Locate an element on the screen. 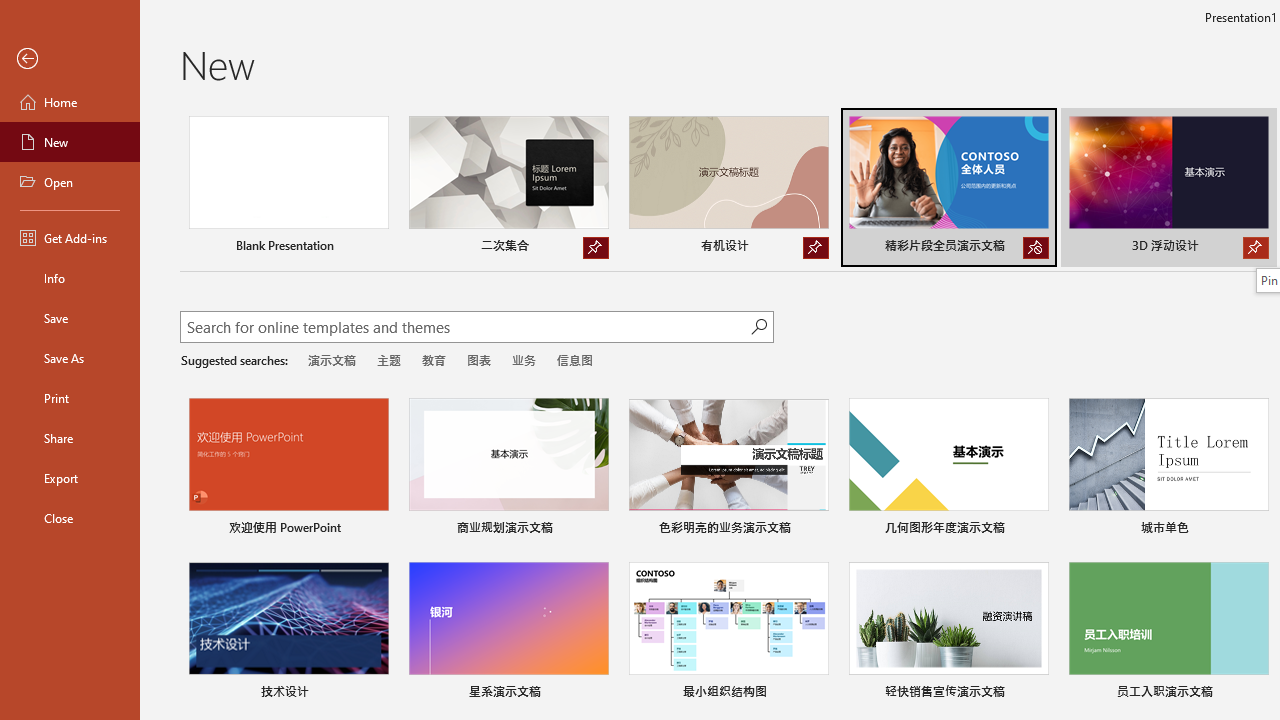  'Search for online templates and themes' is located at coordinates (464, 328).